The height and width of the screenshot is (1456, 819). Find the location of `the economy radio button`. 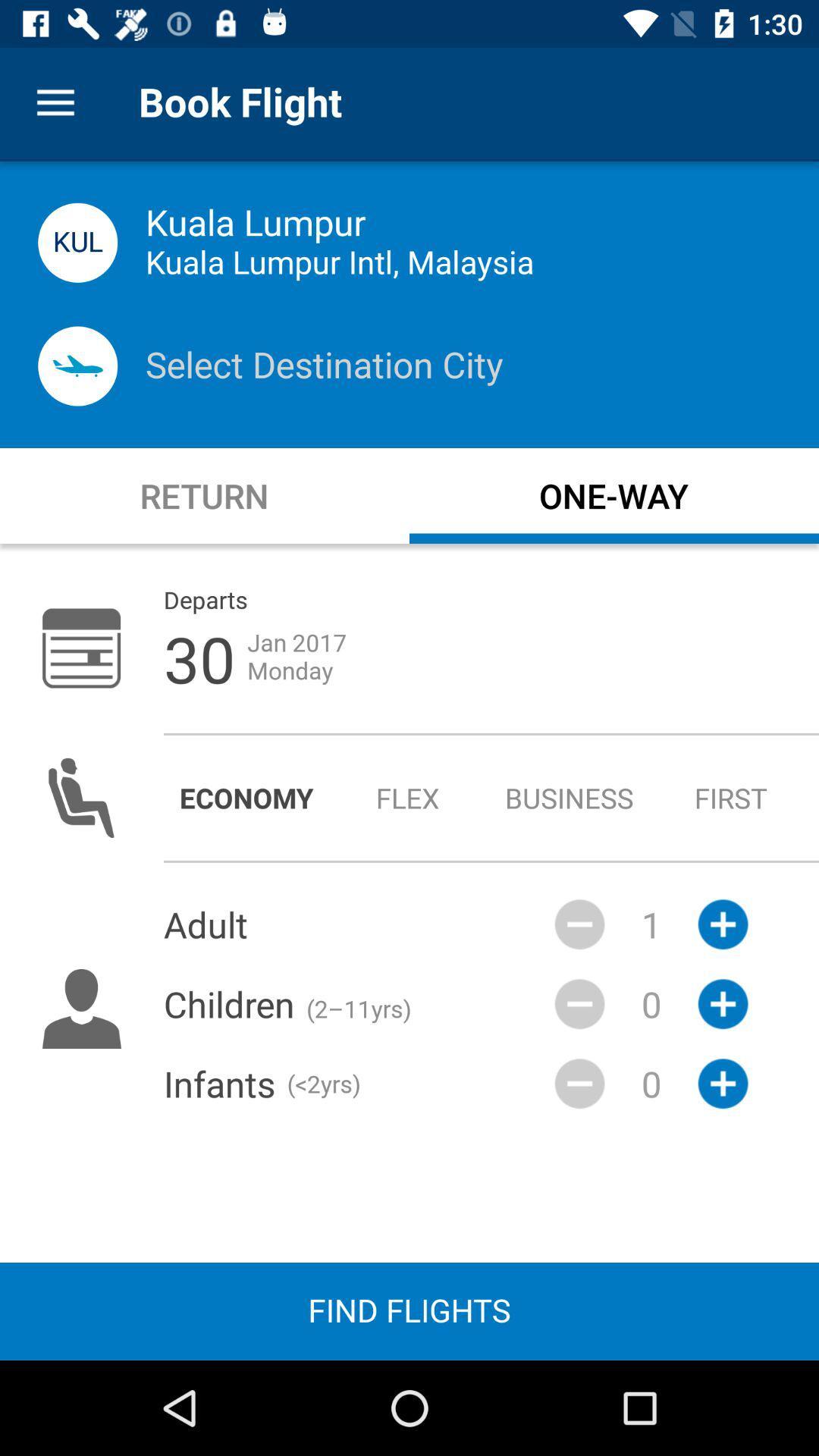

the economy radio button is located at coordinates (246, 797).